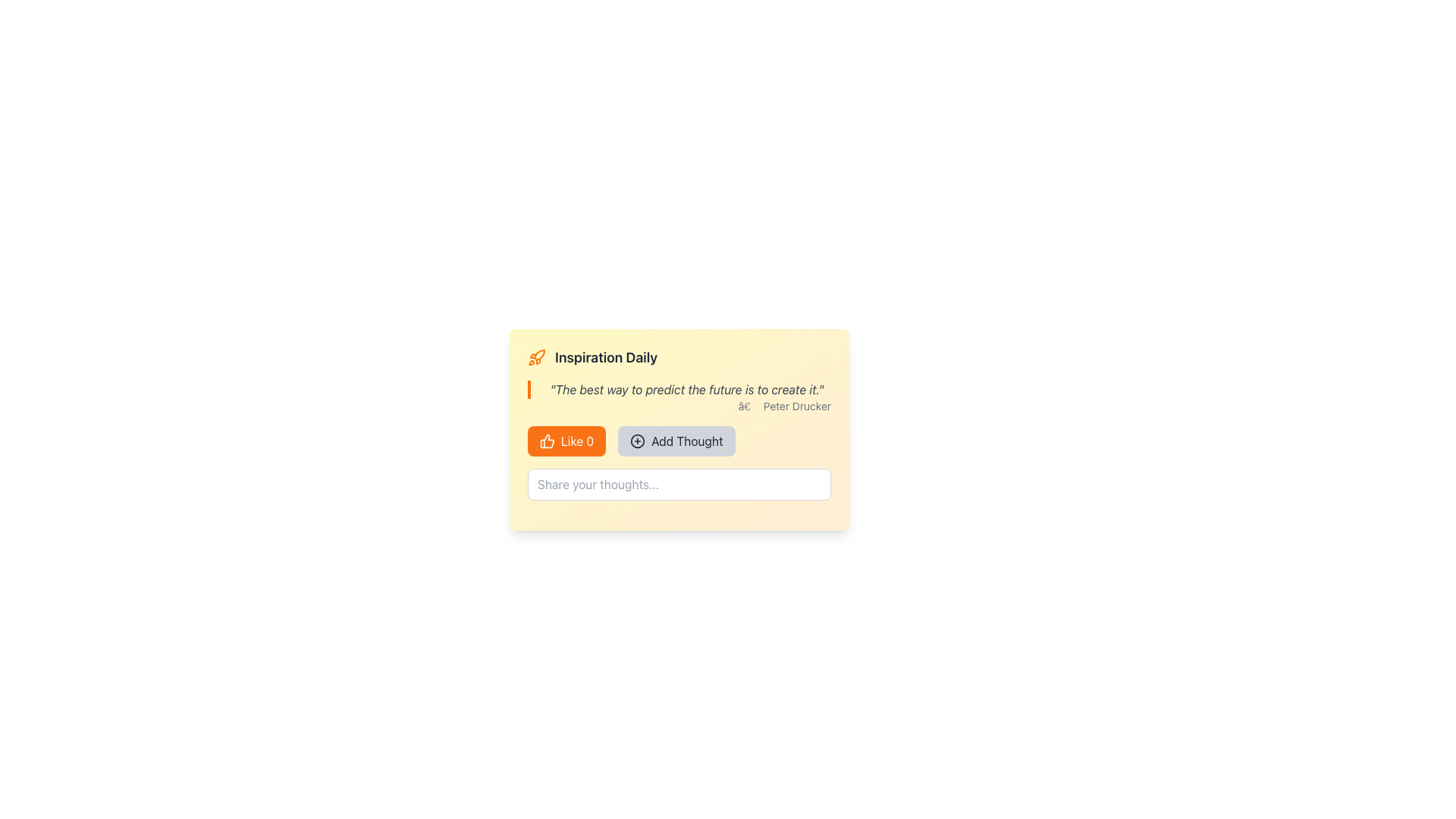 Image resolution: width=1456 pixels, height=819 pixels. Describe the element at coordinates (546, 441) in the screenshot. I see `the thumbs-up icon located on the left side of the 'Like 0' button under the title 'Inspiration Daily'` at that location.